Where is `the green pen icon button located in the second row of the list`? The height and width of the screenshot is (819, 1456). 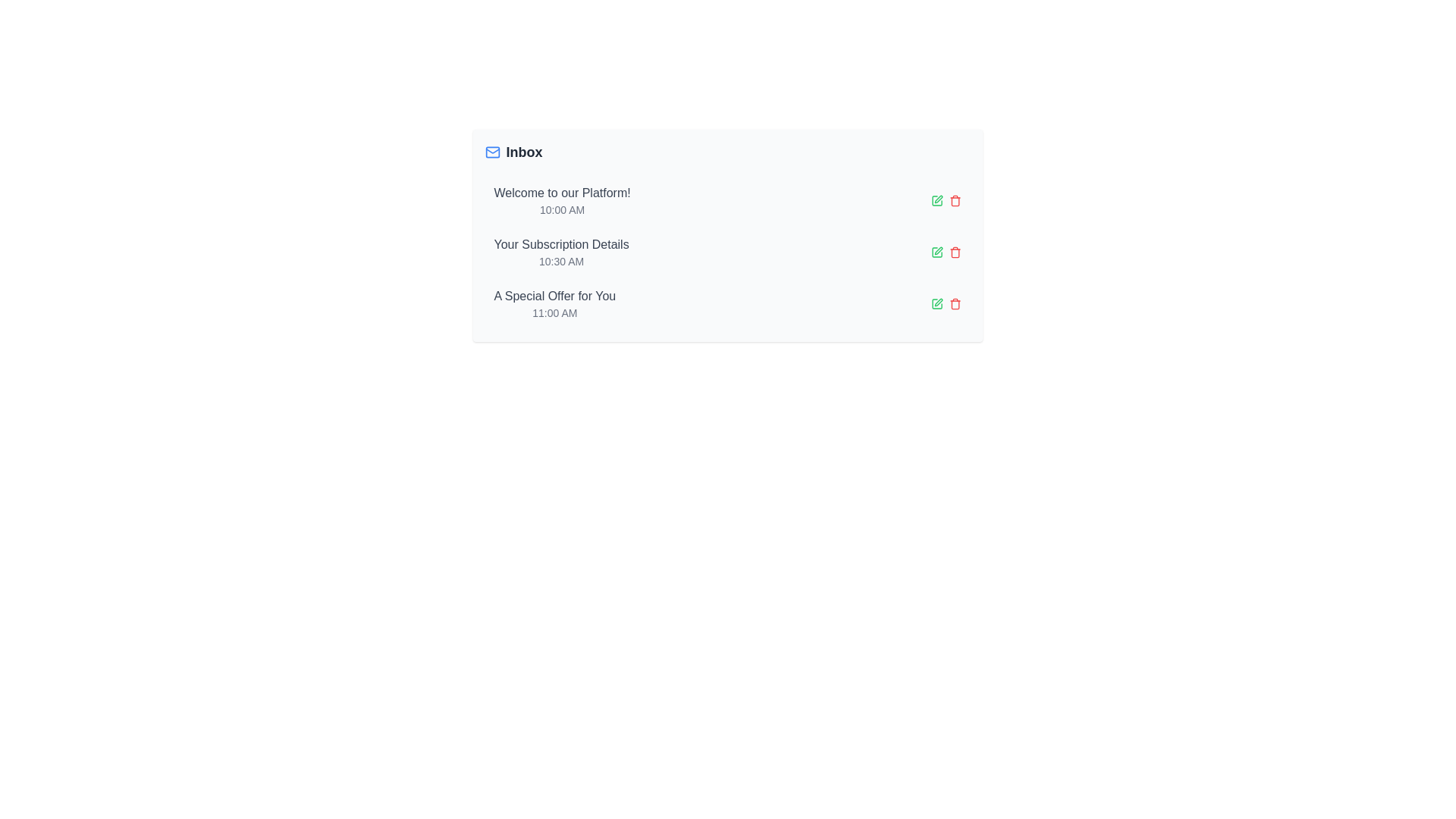 the green pen icon button located in the second row of the list is located at coordinates (936, 251).